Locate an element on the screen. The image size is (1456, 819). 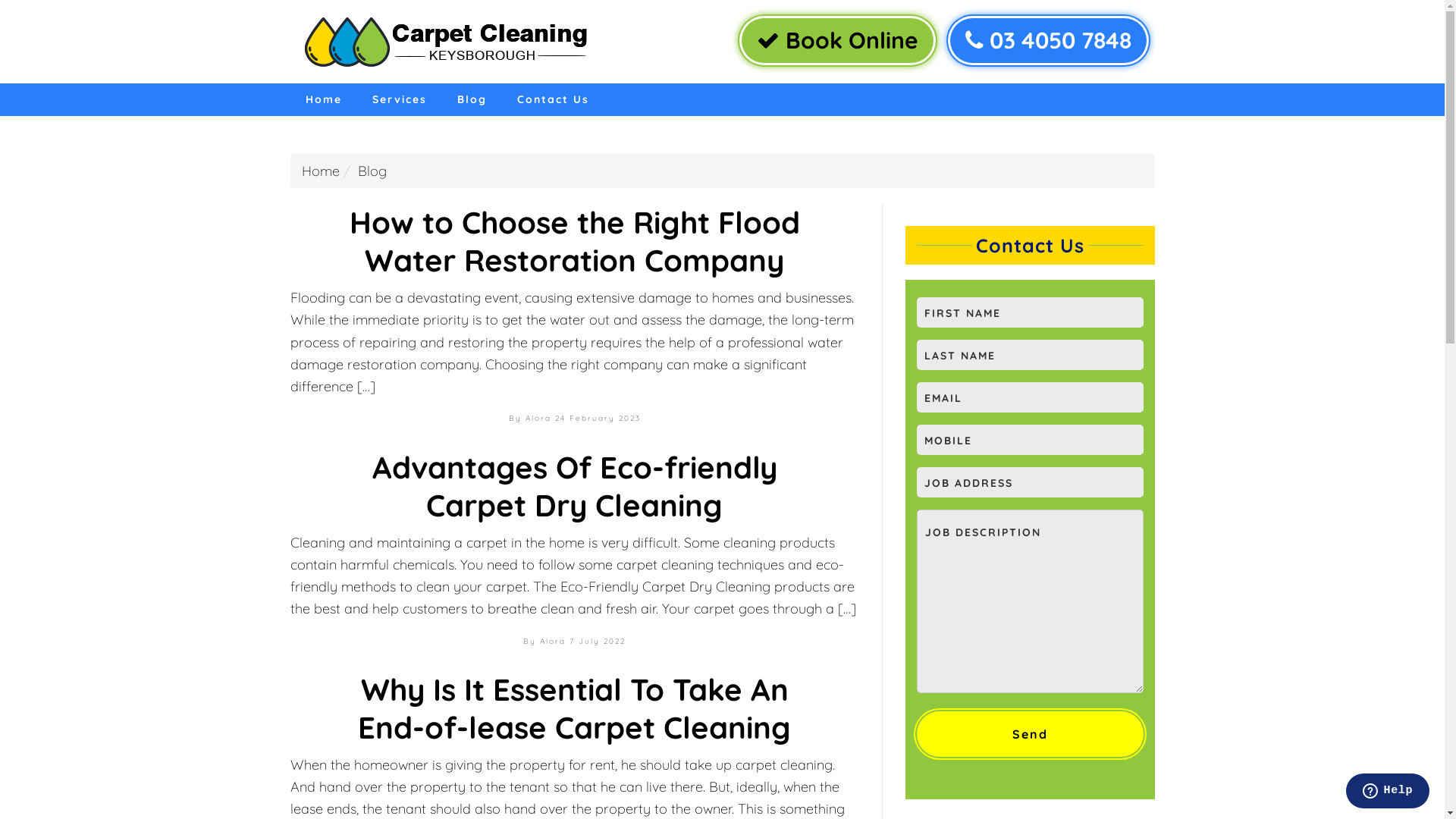
'Send' is located at coordinates (1029, 733).